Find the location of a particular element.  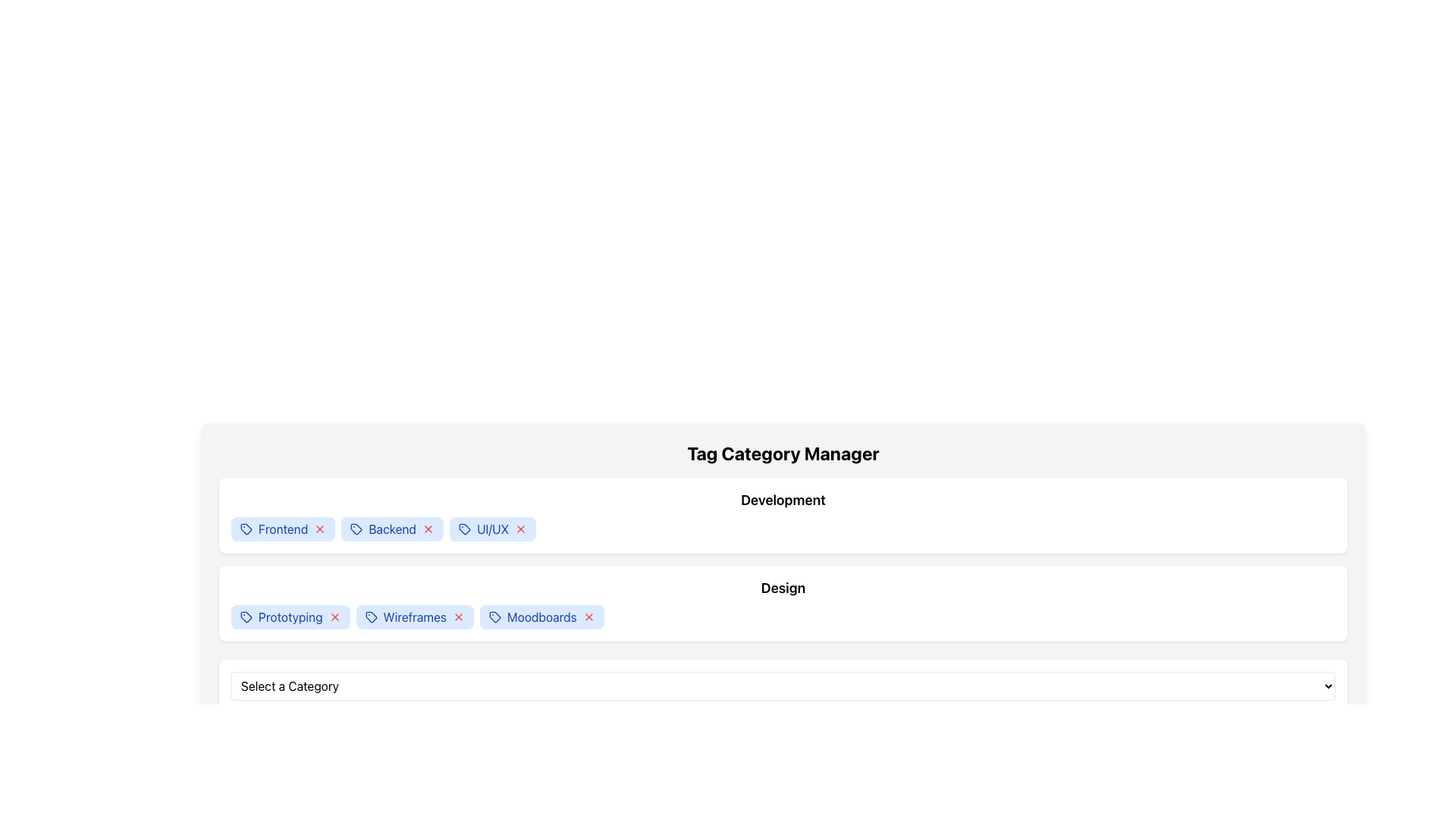

the small red 'X' icon button located at the right end of the 'Wireframes' tag in the second row of tags under the 'Design' category is located at coordinates (457, 617).